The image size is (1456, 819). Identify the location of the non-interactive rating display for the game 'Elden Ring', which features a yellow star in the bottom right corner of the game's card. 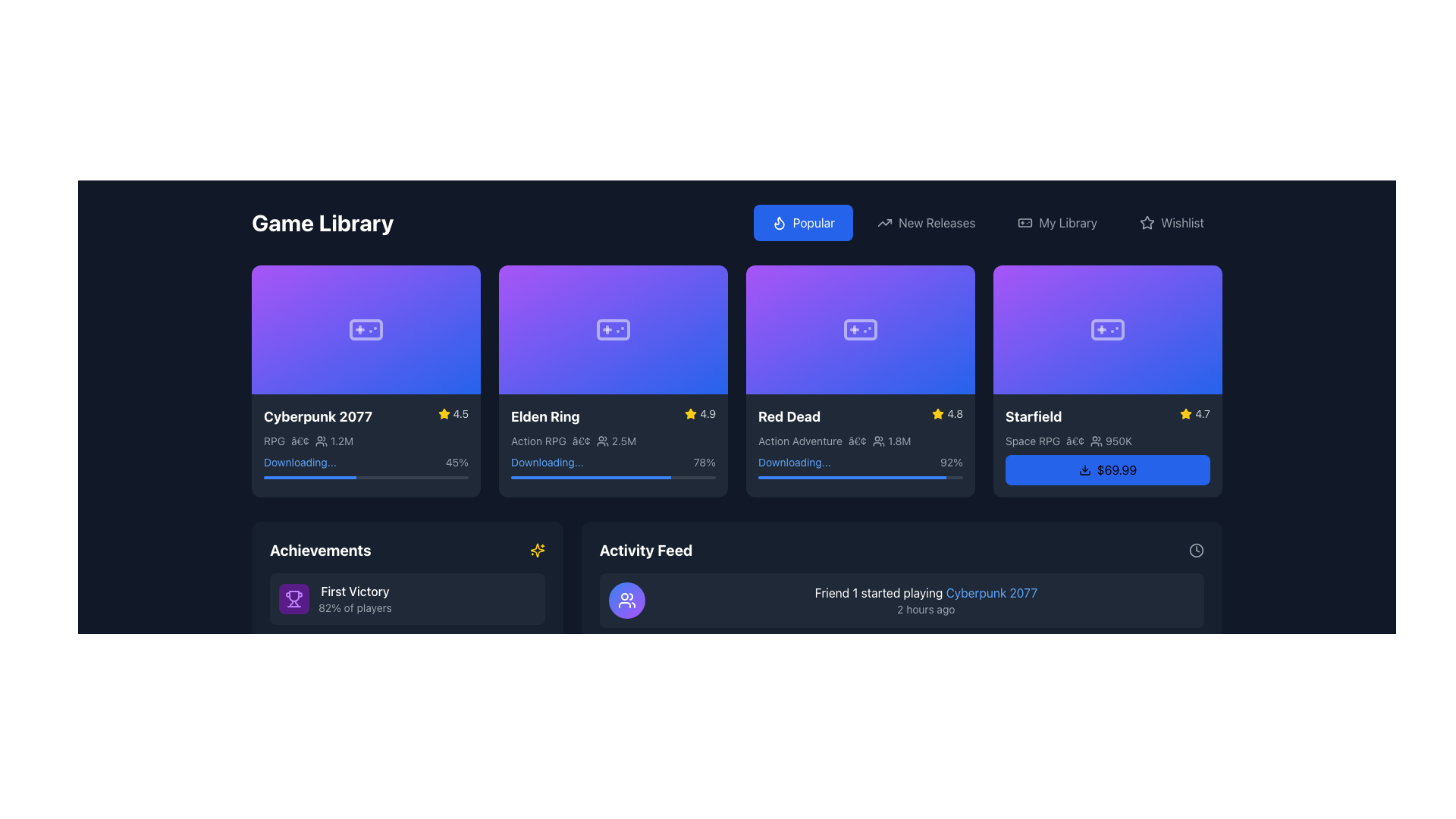
(699, 413).